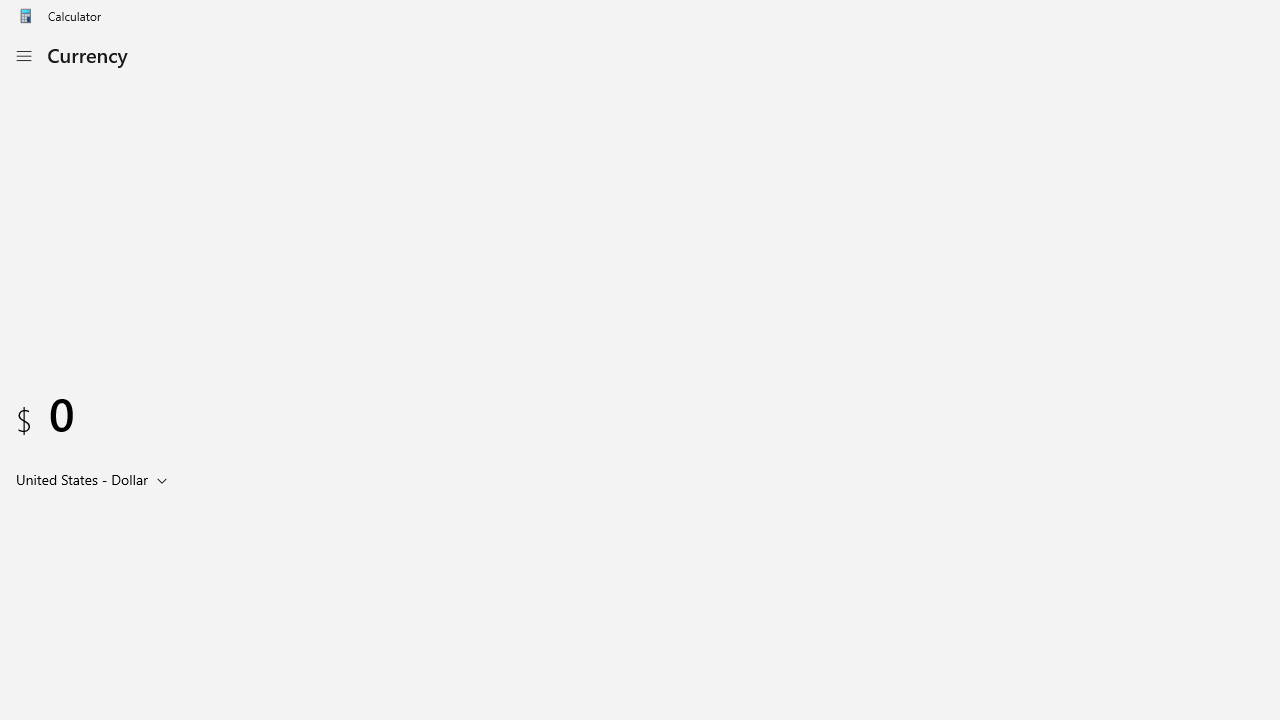 Image resolution: width=1280 pixels, height=720 pixels. Describe the element at coordinates (80, 479) in the screenshot. I see `'United States Dollar'` at that location.